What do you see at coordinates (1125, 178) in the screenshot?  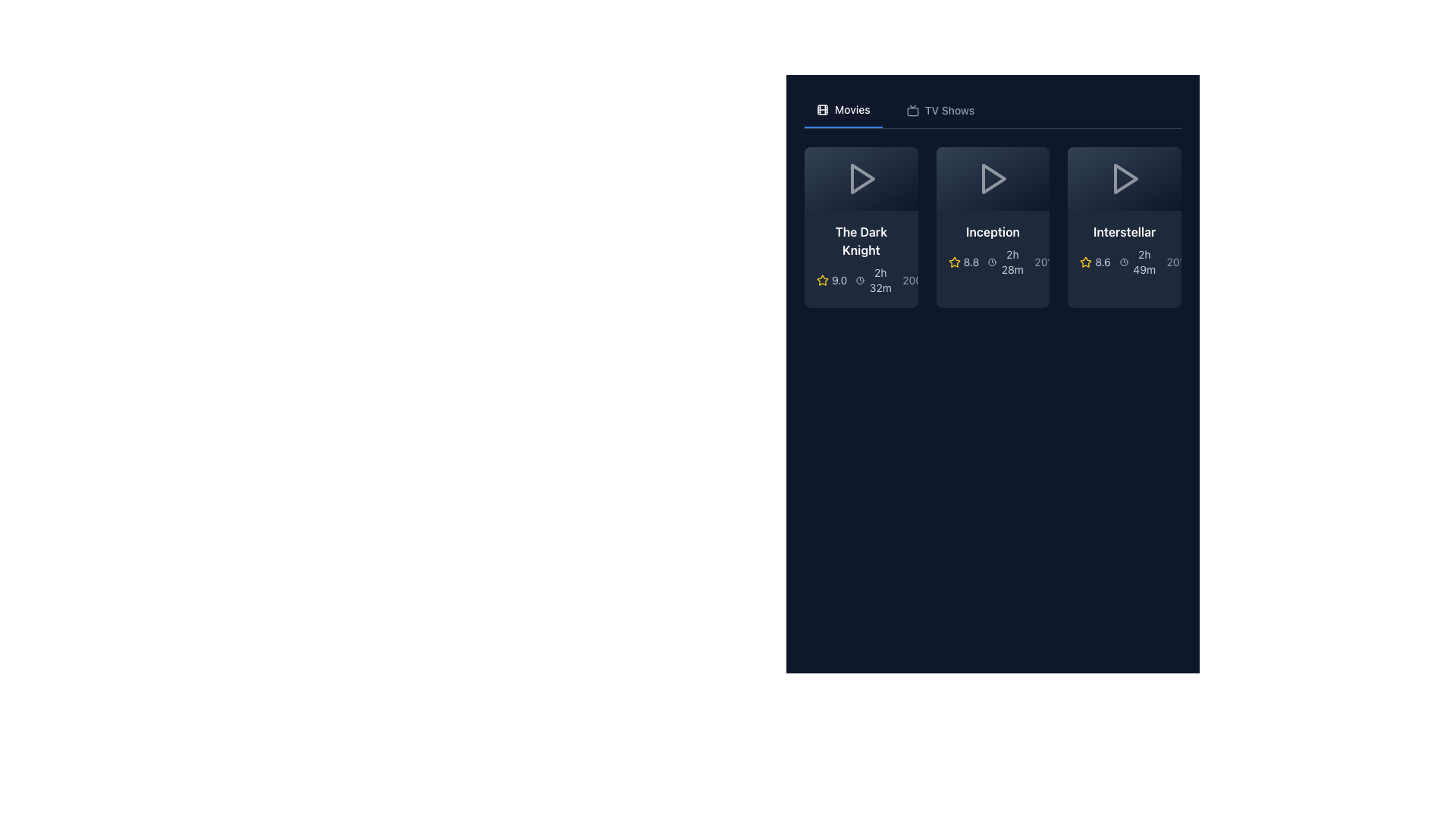 I see `the triangular play button icon with a gray outline located centrally within the darkened 'Interstellar' card to change its color to white` at bounding box center [1125, 178].